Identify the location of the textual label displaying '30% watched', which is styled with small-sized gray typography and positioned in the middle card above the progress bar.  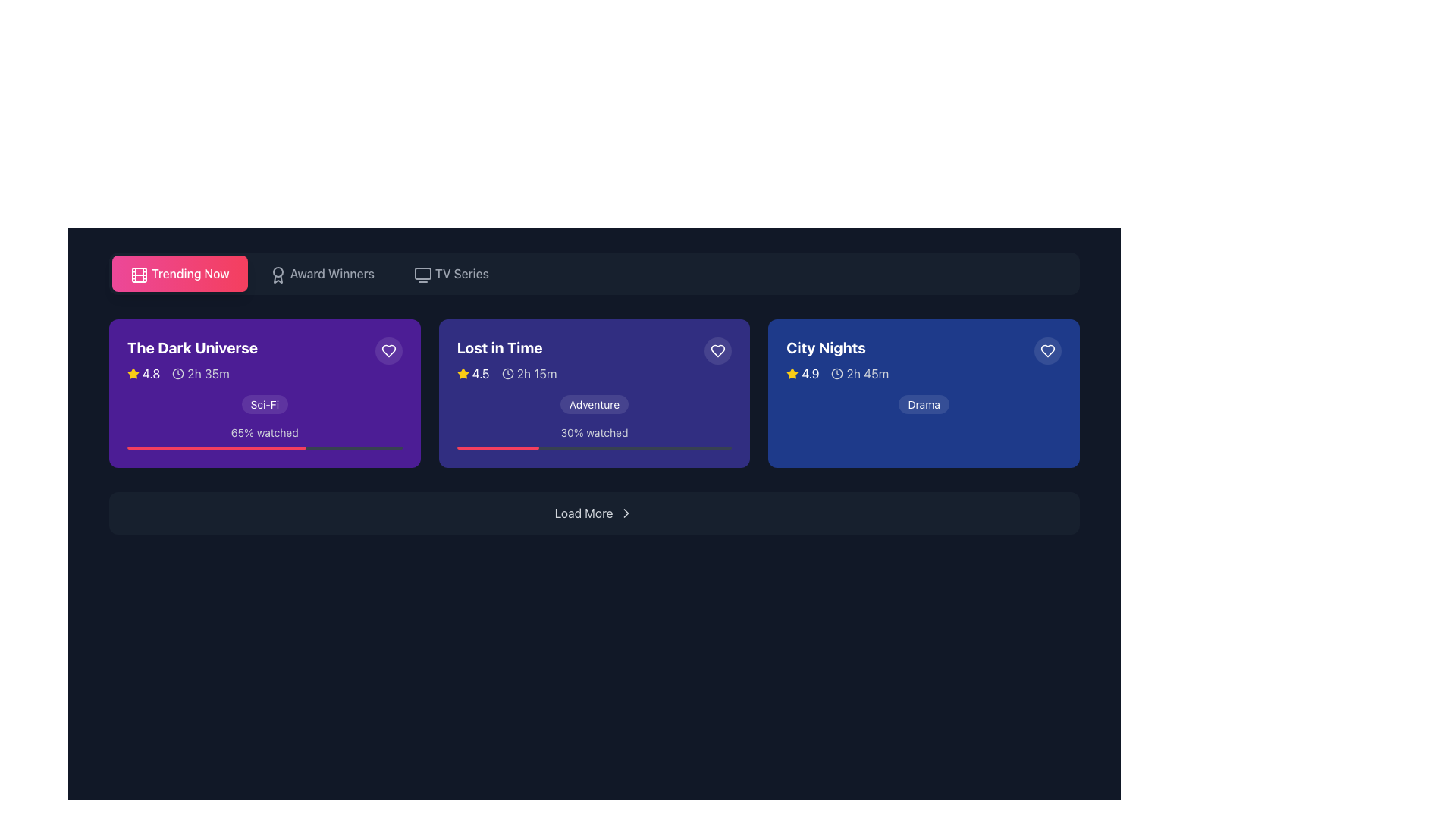
(593, 432).